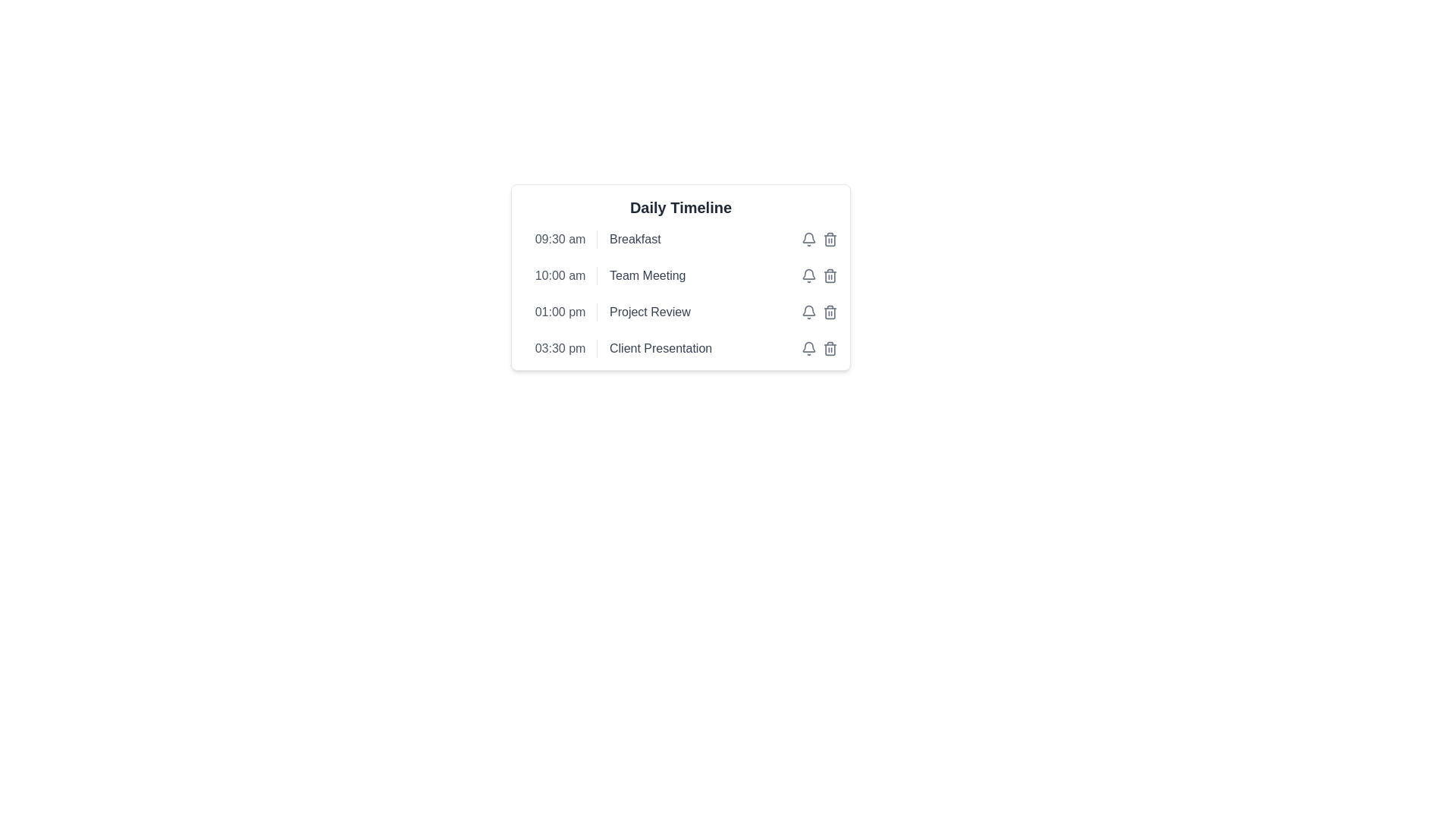 This screenshot has width=1456, height=819. What do you see at coordinates (808, 347) in the screenshot?
I see `the bell notification icon located in the last row of the list, adjacent to the '03:30 pm Client Presentation' entry` at bounding box center [808, 347].